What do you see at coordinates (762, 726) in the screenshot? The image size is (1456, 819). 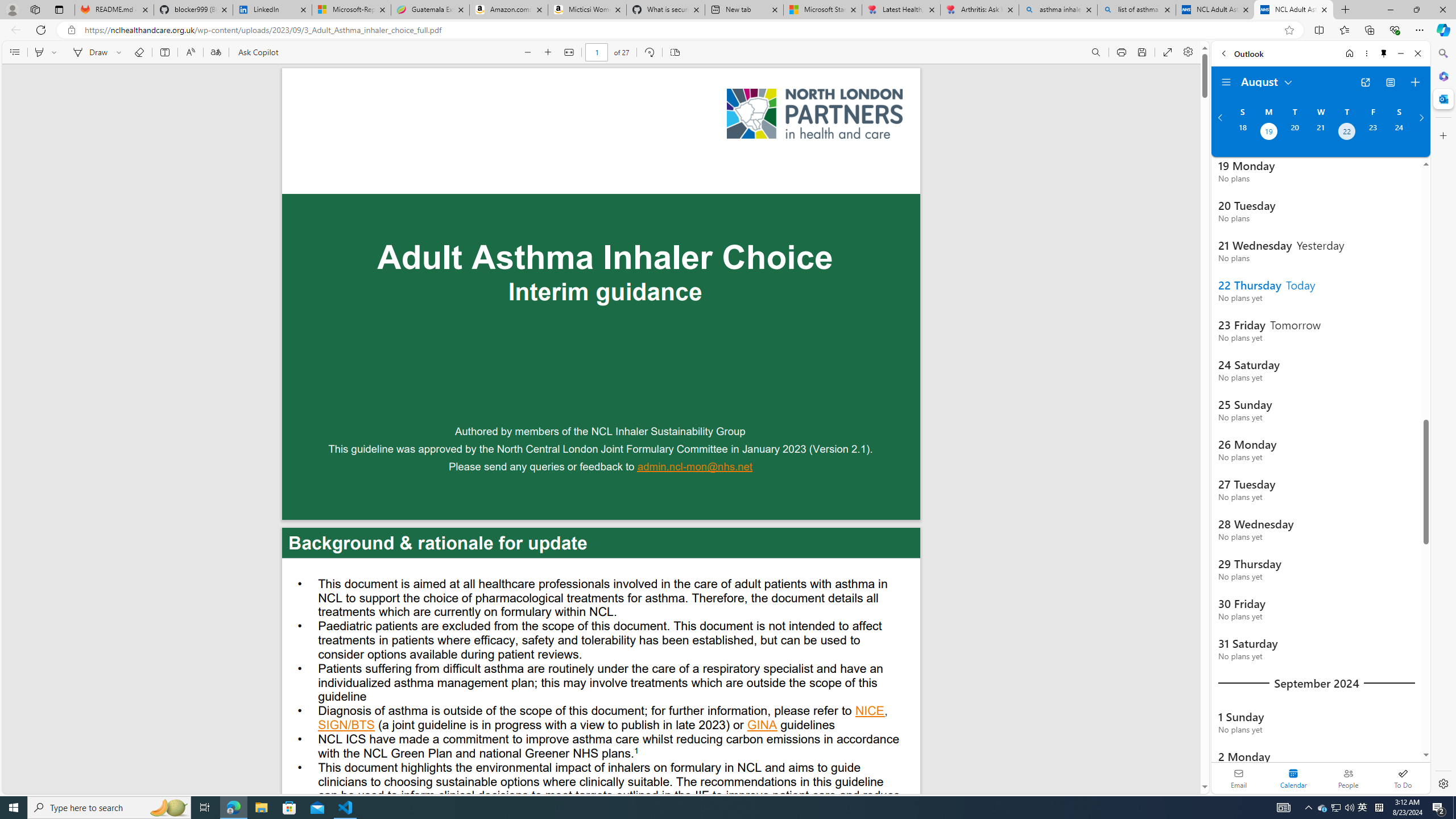 I see `'GINA '` at bounding box center [762, 726].